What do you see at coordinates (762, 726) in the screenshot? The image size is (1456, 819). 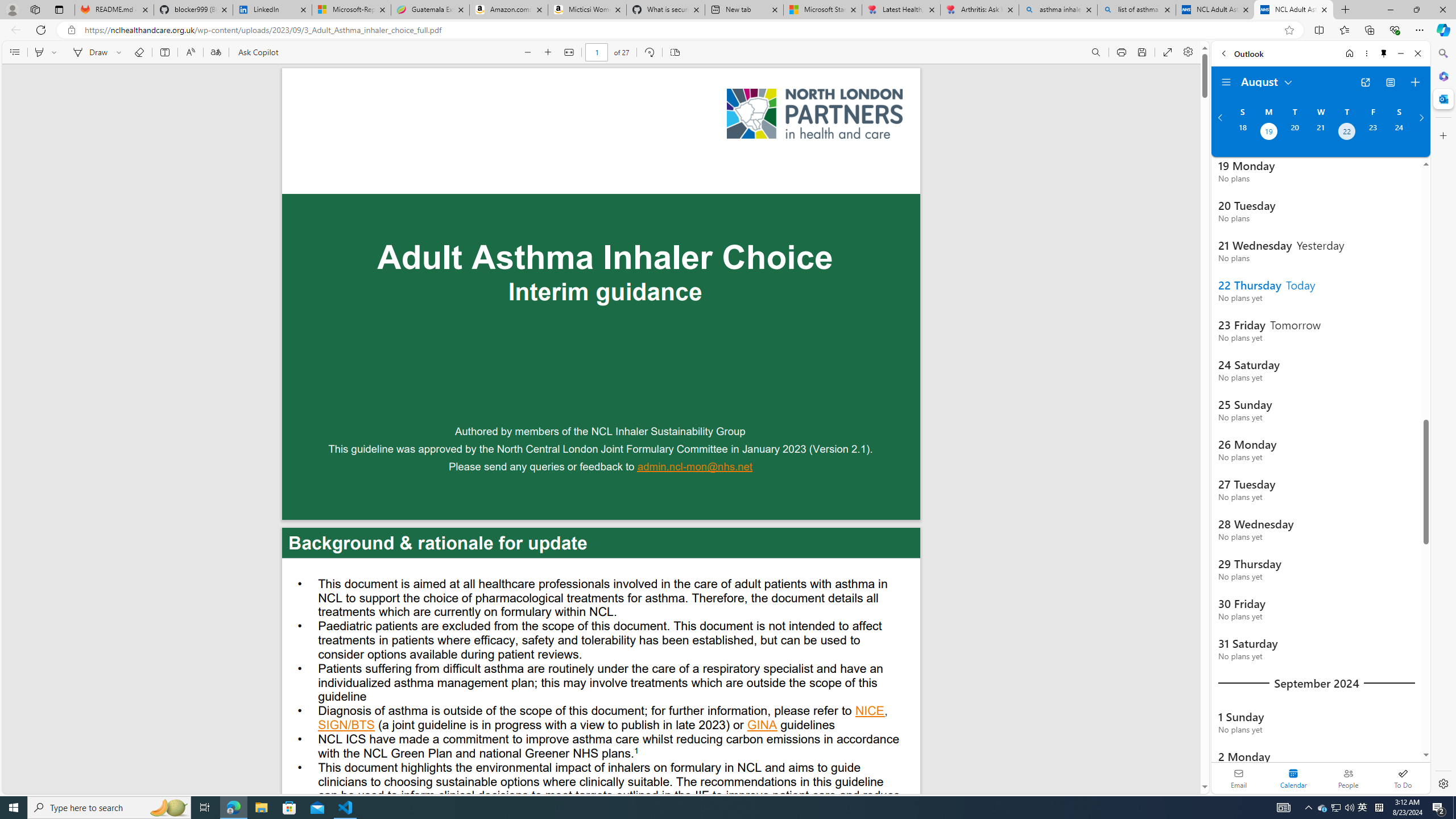 I see `'GINA '` at bounding box center [762, 726].